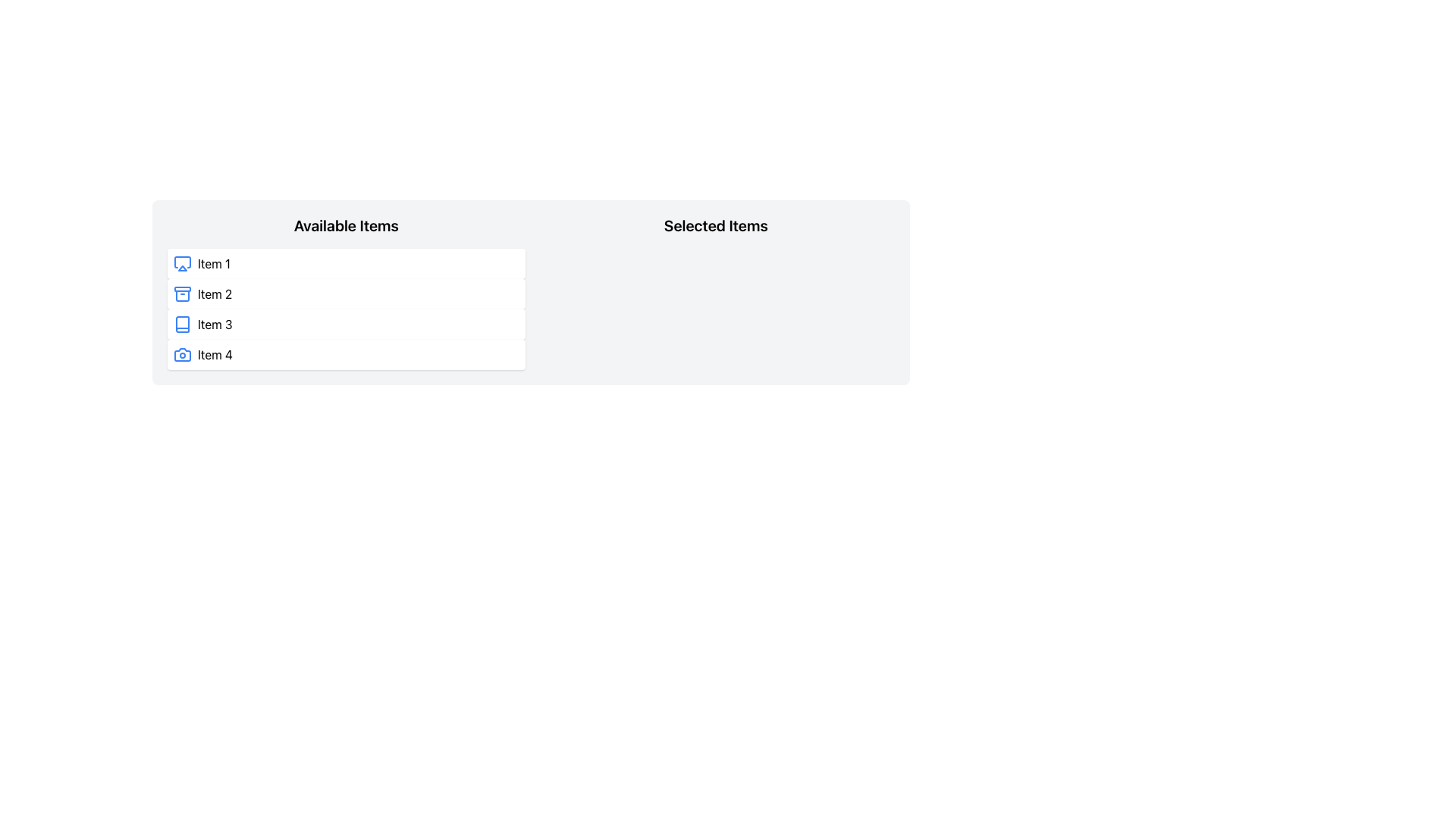 The width and height of the screenshot is (1456, 819). I want to click on the blue camera icon located at the beginning of the row labeled 'Item 4' in the 'Available Items' section, so click(182, 354).